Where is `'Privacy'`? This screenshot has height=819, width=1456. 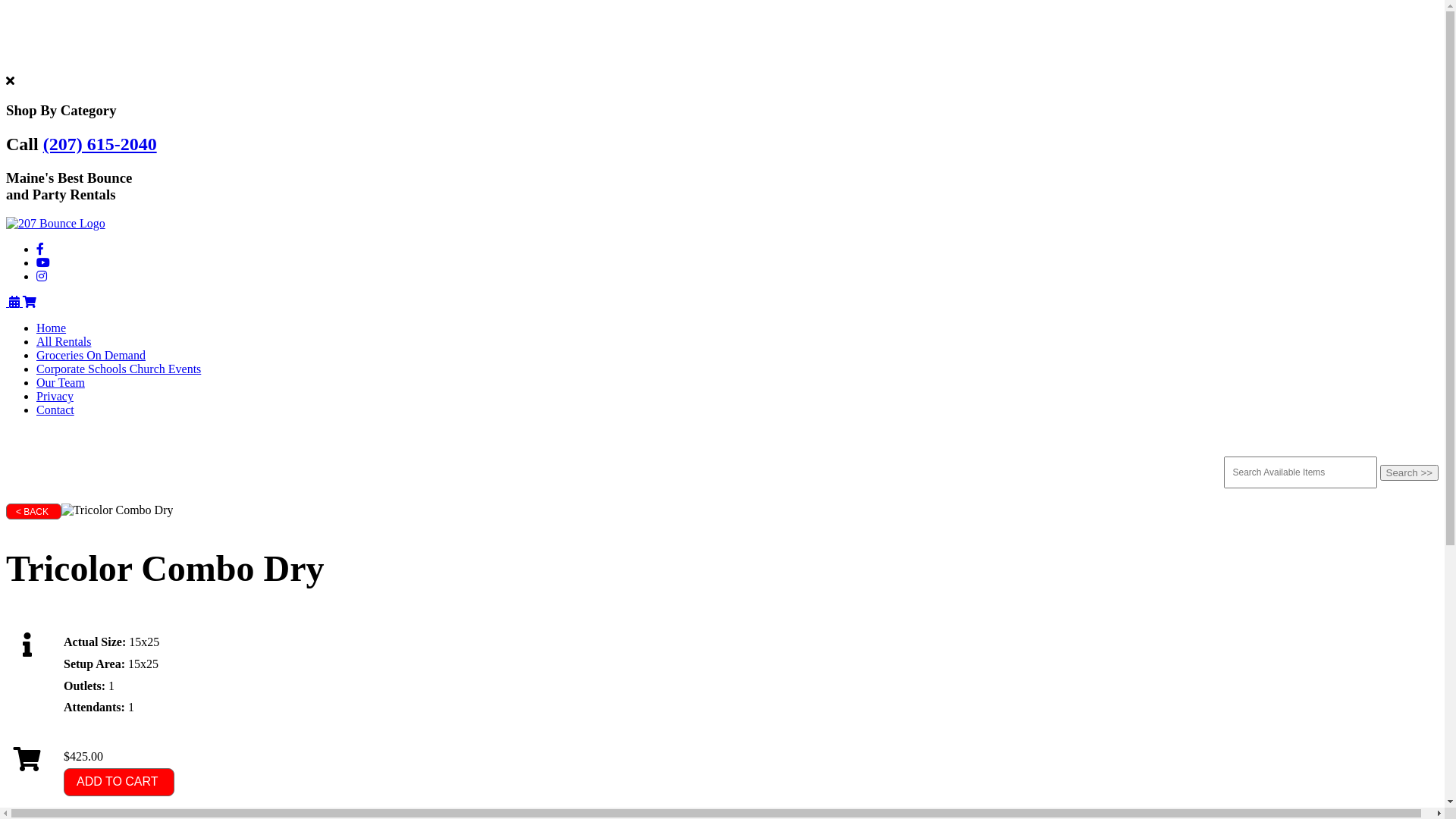 'Privacy' is located at coordinates (55, 395).